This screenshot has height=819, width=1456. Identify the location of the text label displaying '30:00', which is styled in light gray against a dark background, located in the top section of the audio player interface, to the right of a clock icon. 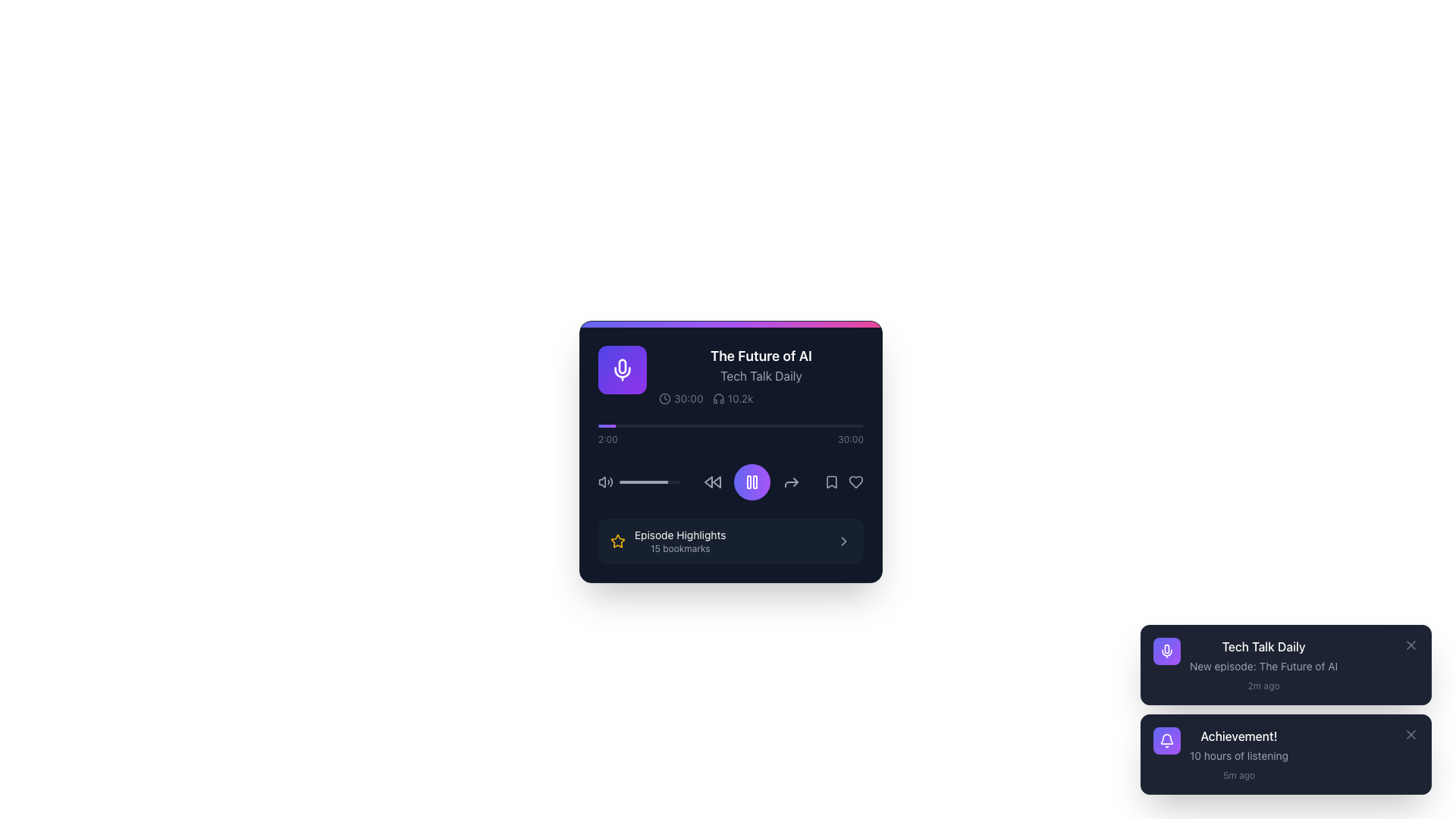
(688, 397).